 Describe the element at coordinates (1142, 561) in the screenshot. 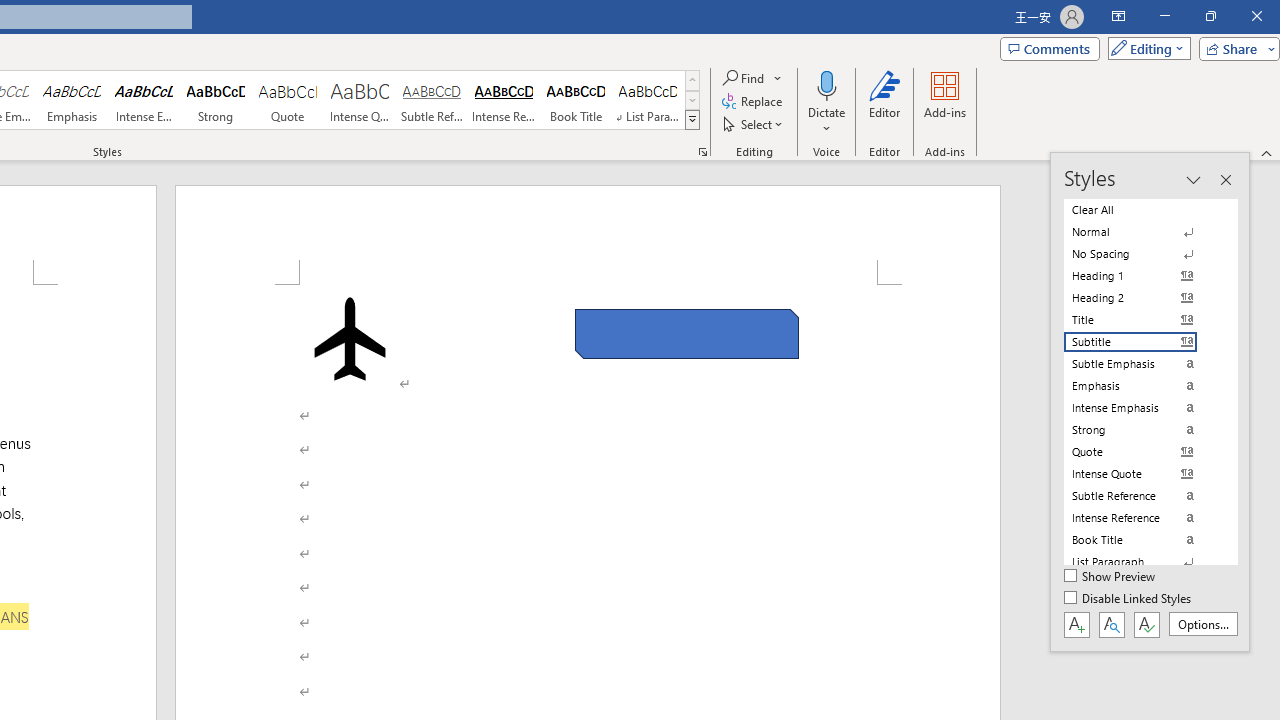

I see `'List Paragraph'` at that location.